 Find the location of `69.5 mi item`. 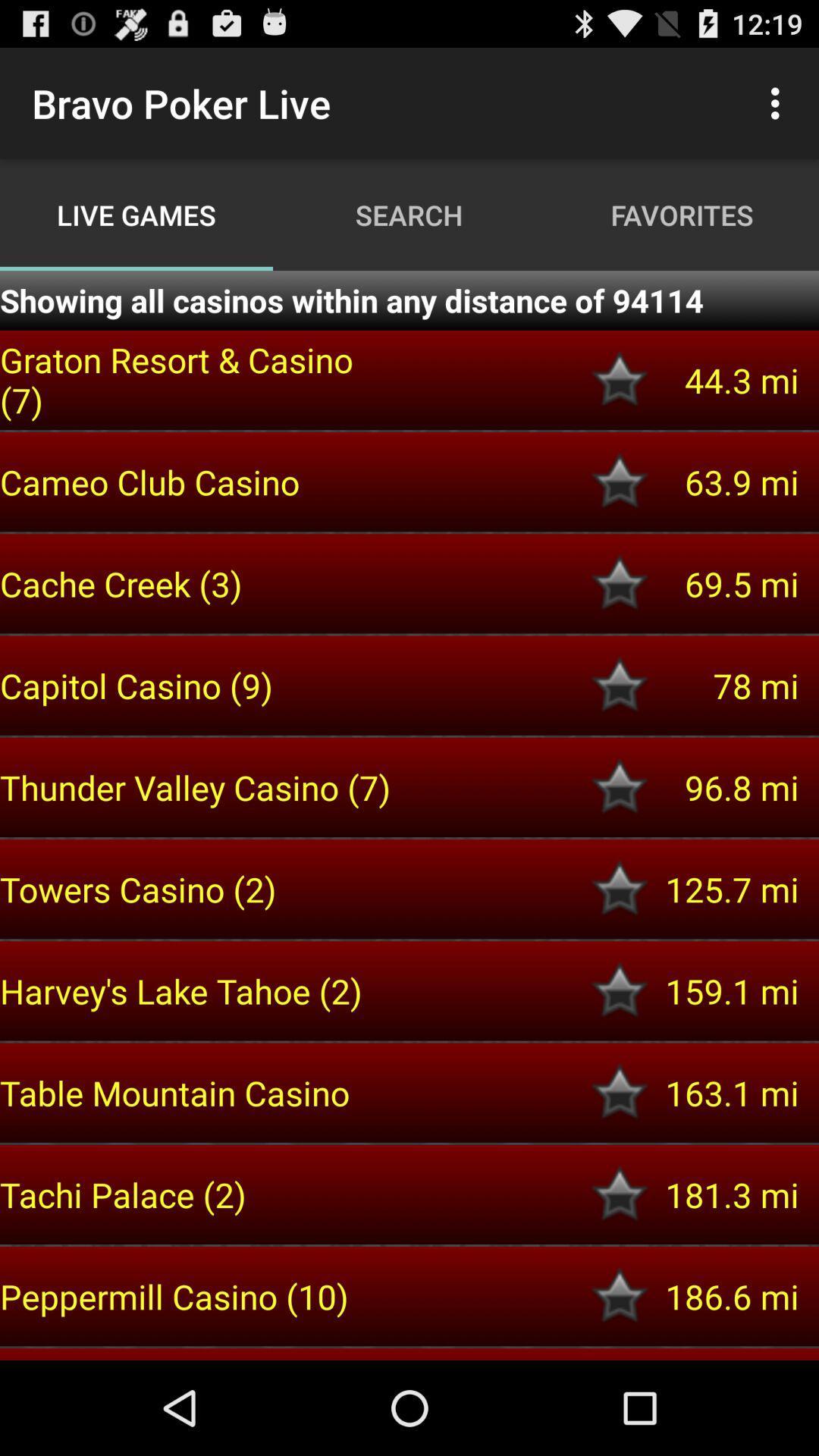

69.5 mi item is located at coordinates (723, 582).